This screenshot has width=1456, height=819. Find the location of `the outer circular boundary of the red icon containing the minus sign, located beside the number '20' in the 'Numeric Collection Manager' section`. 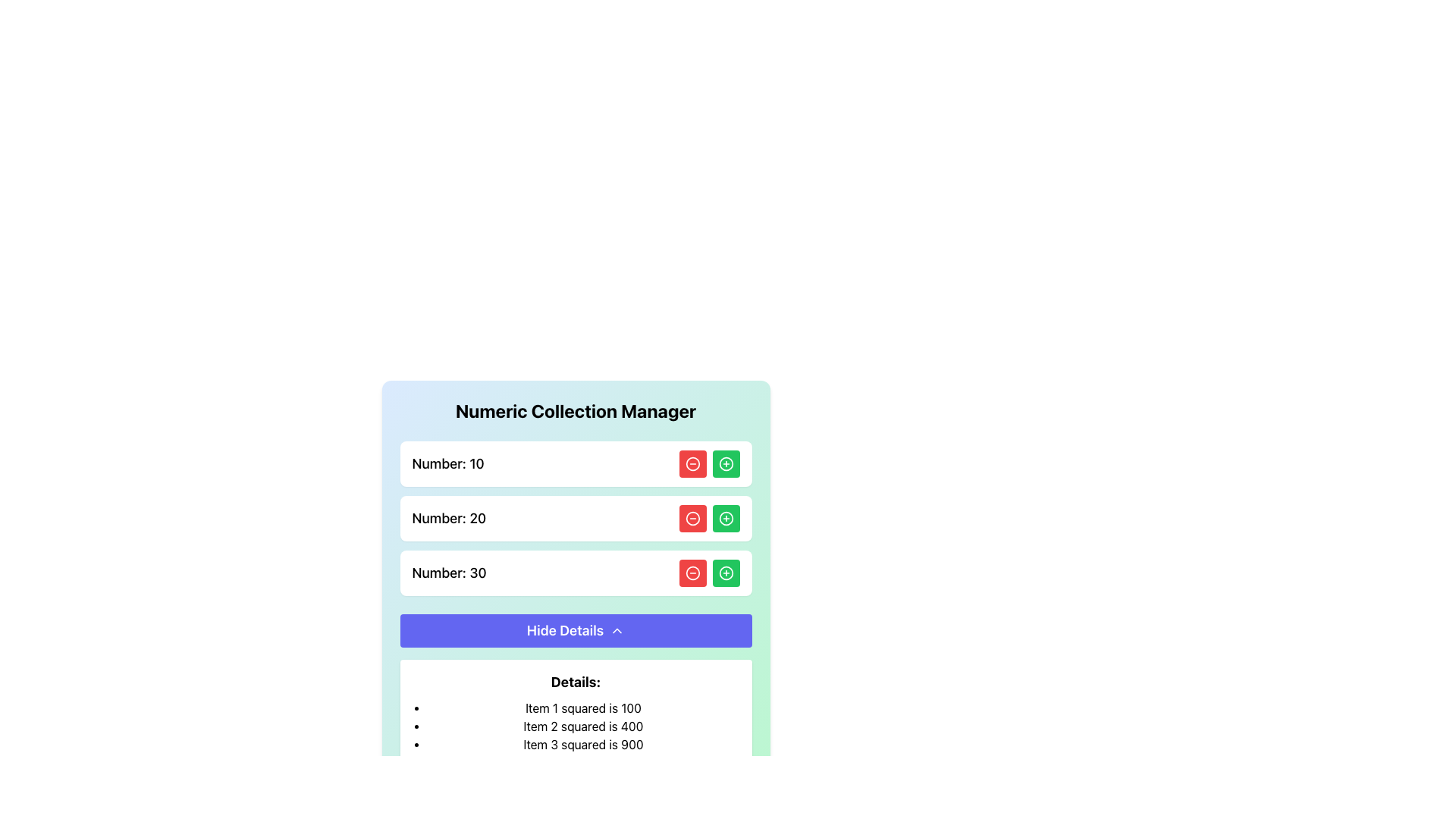

the outer circular boundary of the red icon containing the minus sign, located beside the number '20' in the 'Numeric Collection Manager' section is located at coordinates (692, 517).